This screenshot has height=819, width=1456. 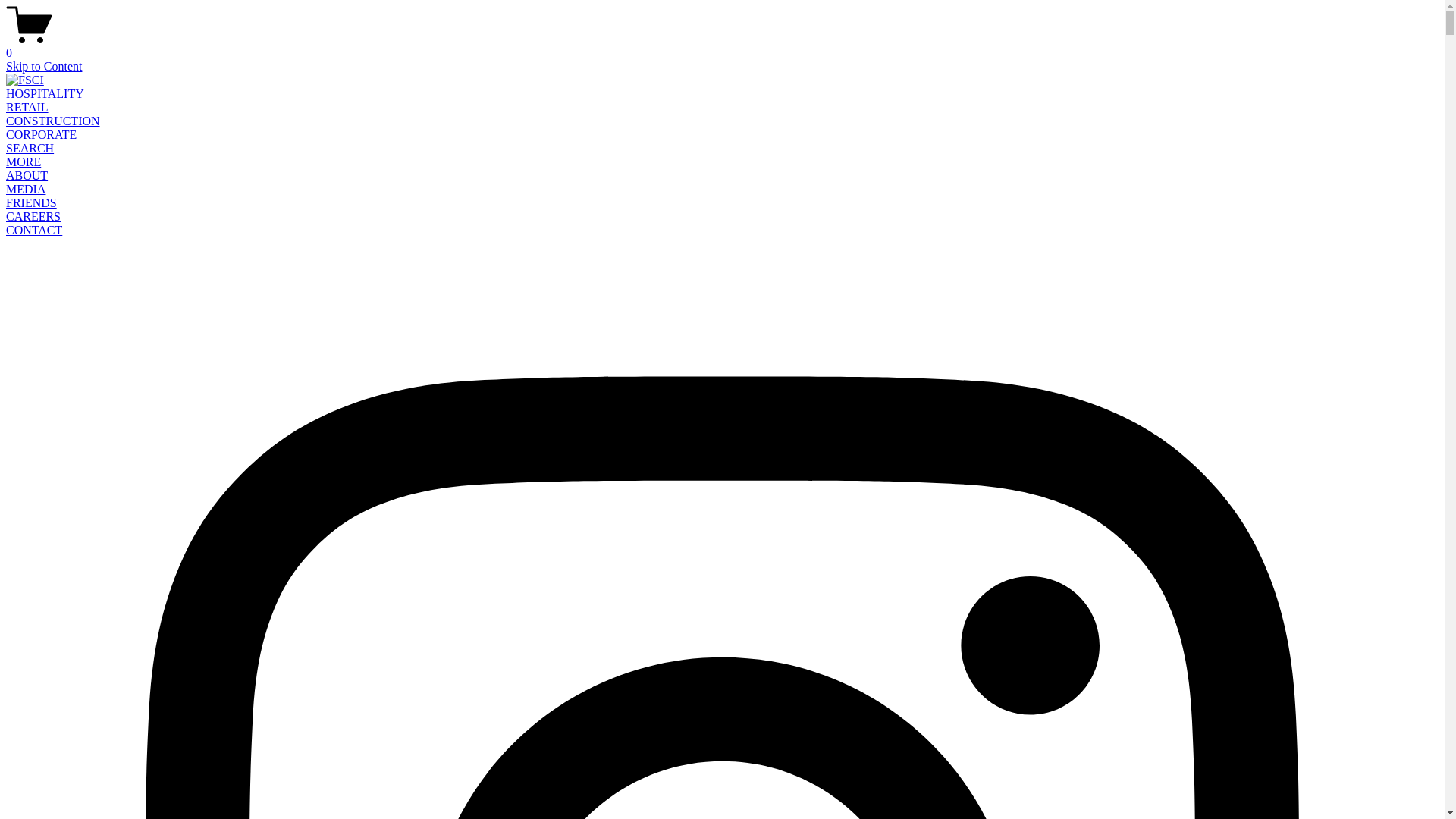 I want to click on '0', so click(x=721, y=45).